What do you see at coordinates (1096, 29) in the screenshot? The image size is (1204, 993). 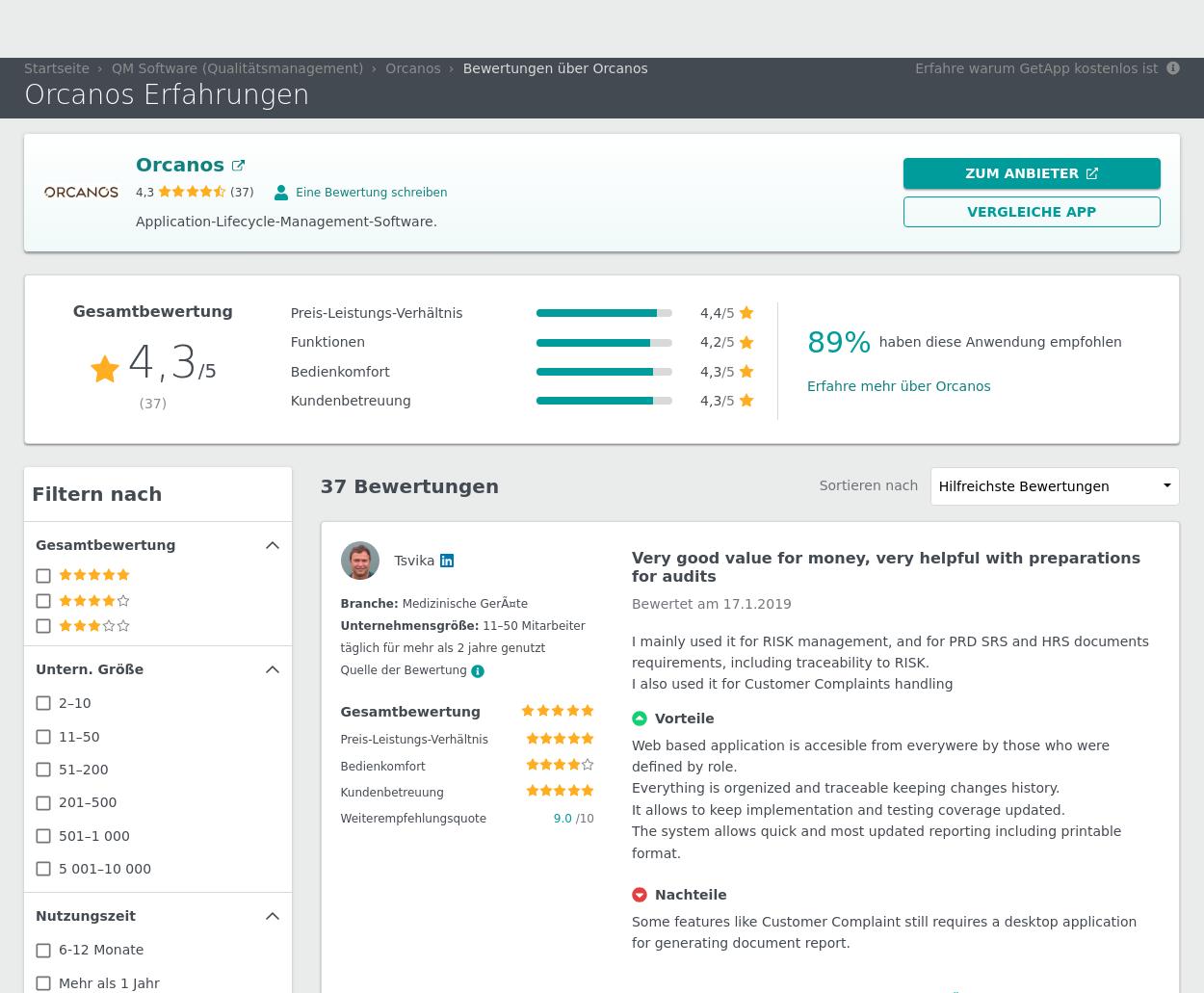 I see `'Durchsuchen'` at bounding box center [1096, 29].